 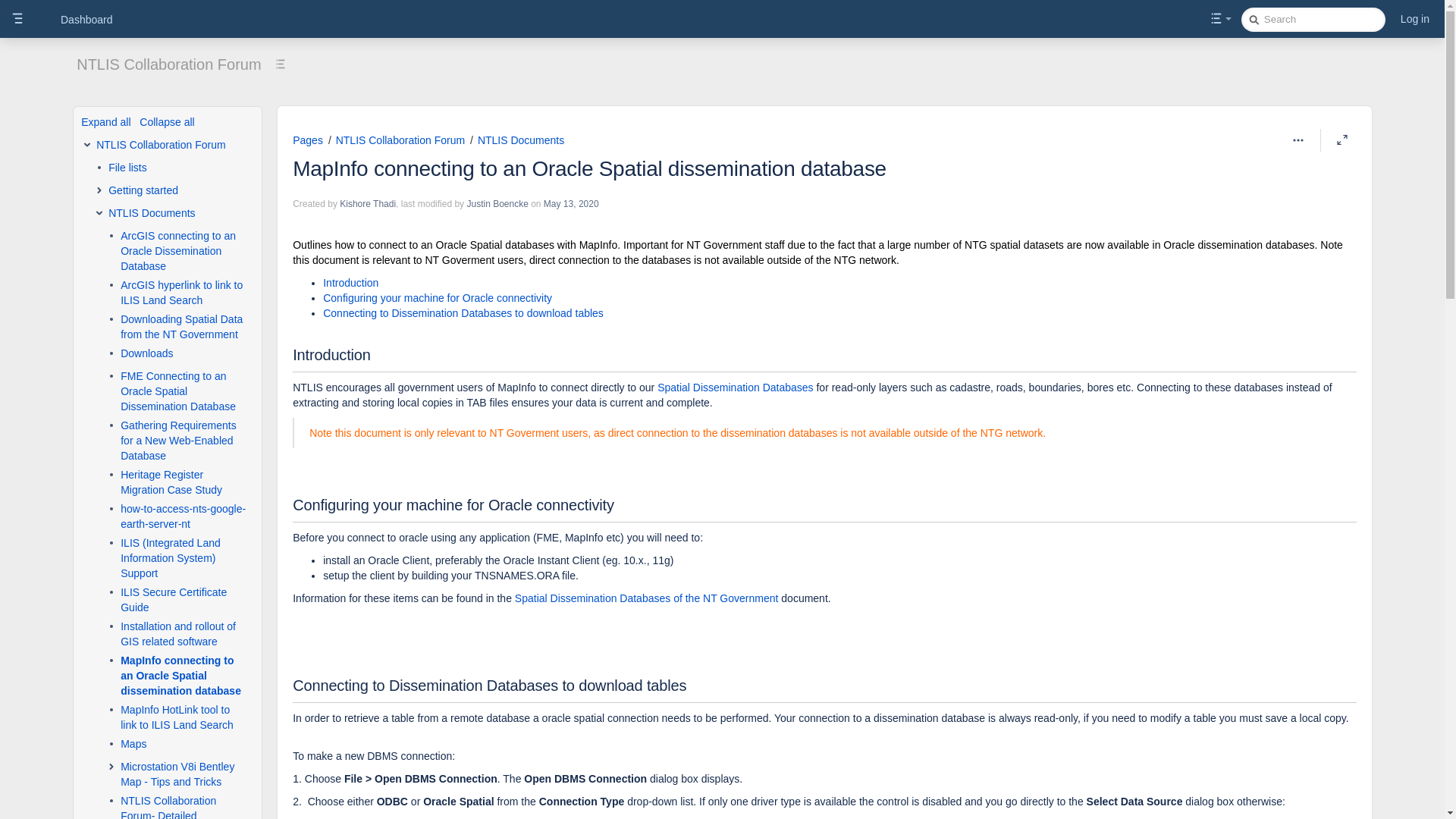 I want to click on 'FME Connecting to an Oracle Spatial Dissemination Database', so click(x=183, y=391).